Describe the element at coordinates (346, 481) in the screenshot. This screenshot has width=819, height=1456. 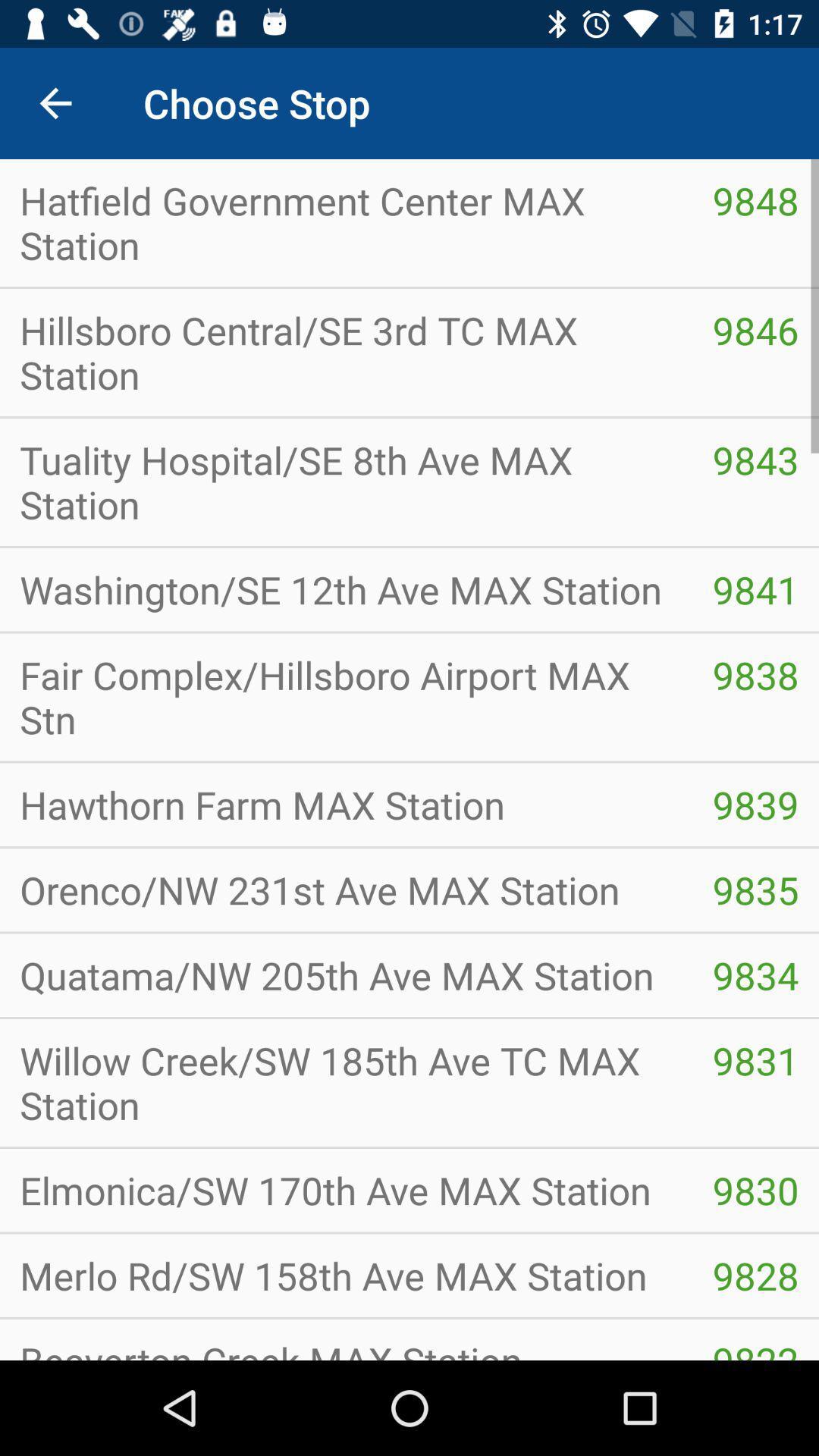
I see `the icon to the left of the 9843 item` at that location.